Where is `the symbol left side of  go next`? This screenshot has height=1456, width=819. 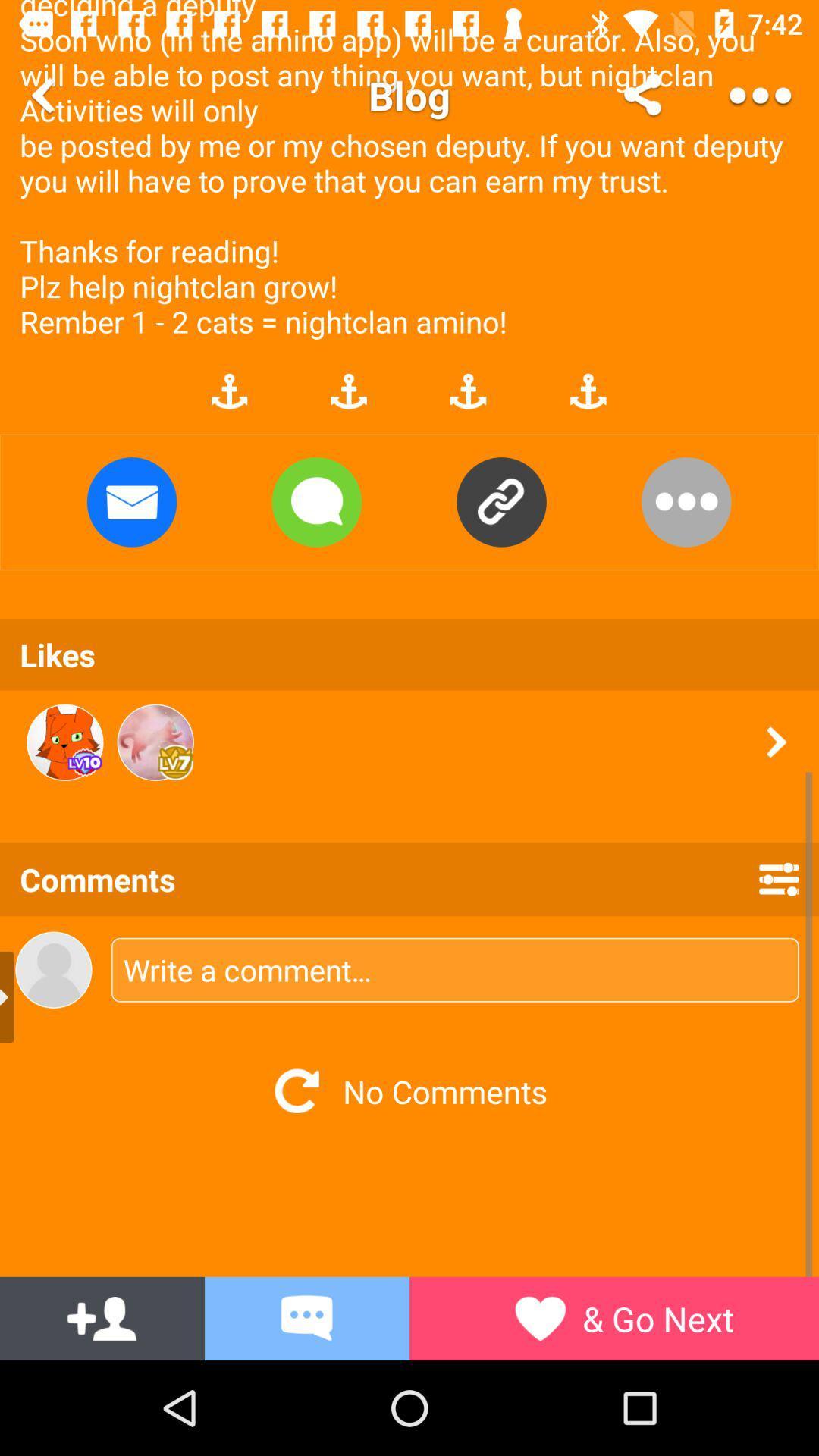
the symbol left side of  go next is located at coordinates (539, 1317).